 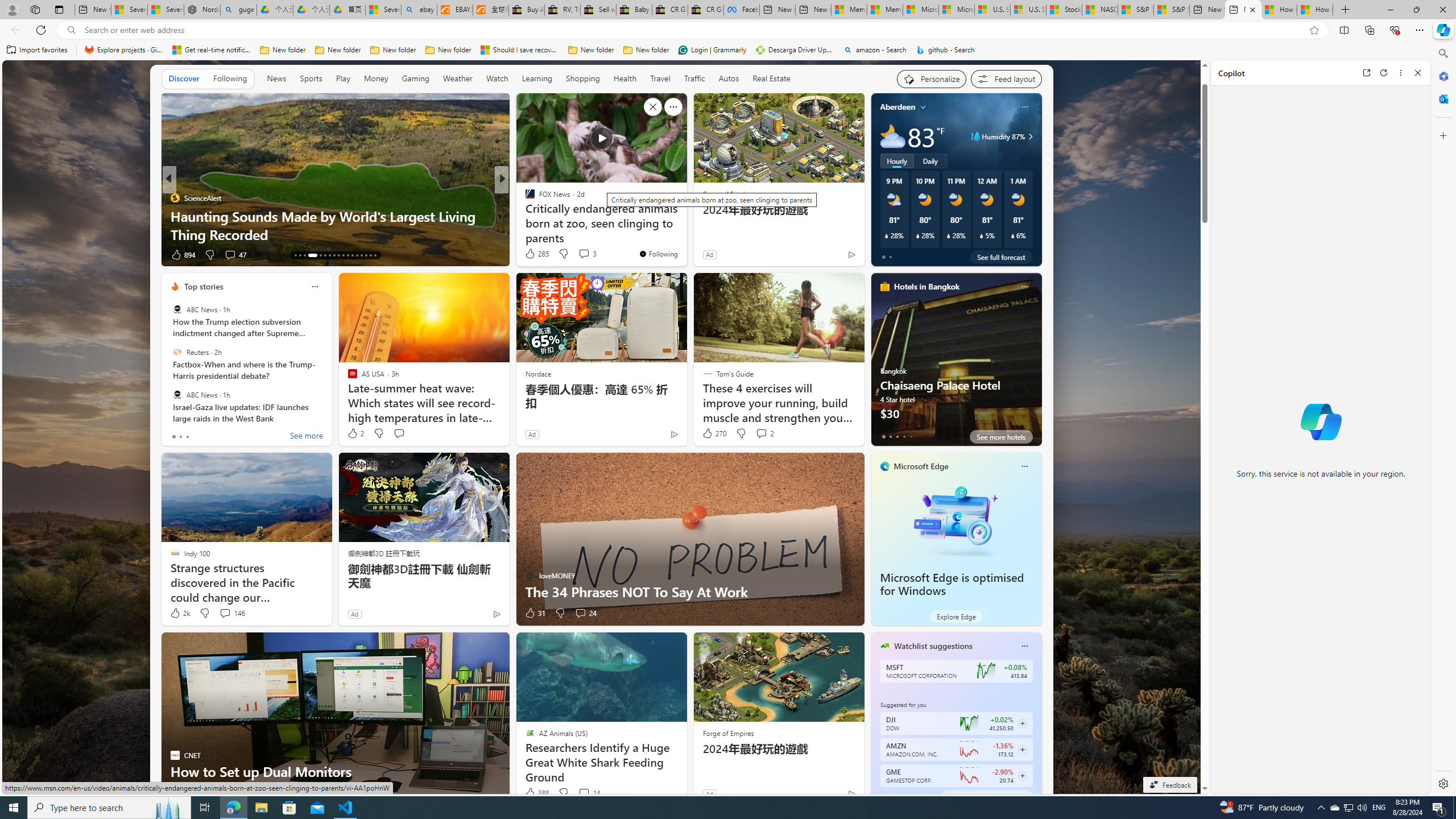 What do you see at coordinates (1023, 645) in the screenshot?
I see `'Class: icon-img'` at bounding box center [1023, 645].